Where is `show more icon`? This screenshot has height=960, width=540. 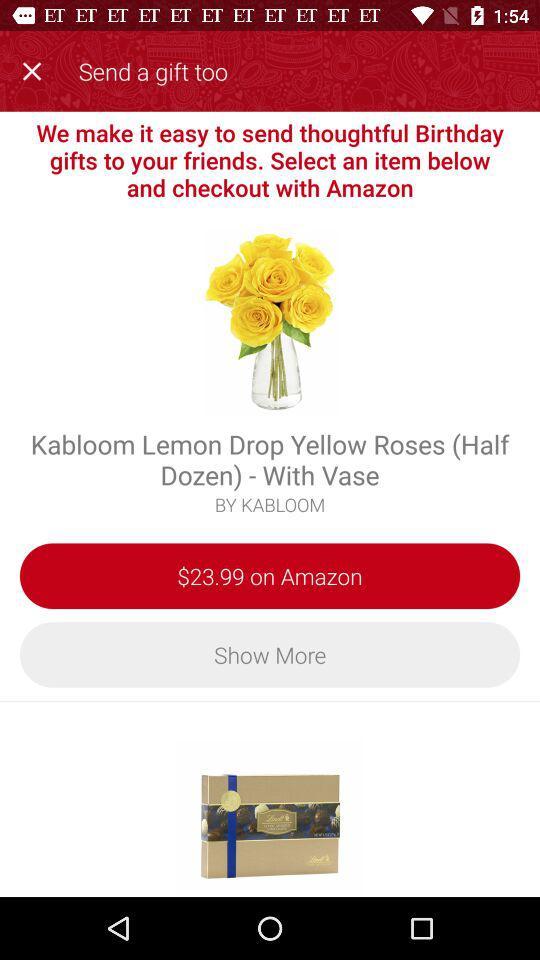
show more icon is located at coordinates (270, 653).